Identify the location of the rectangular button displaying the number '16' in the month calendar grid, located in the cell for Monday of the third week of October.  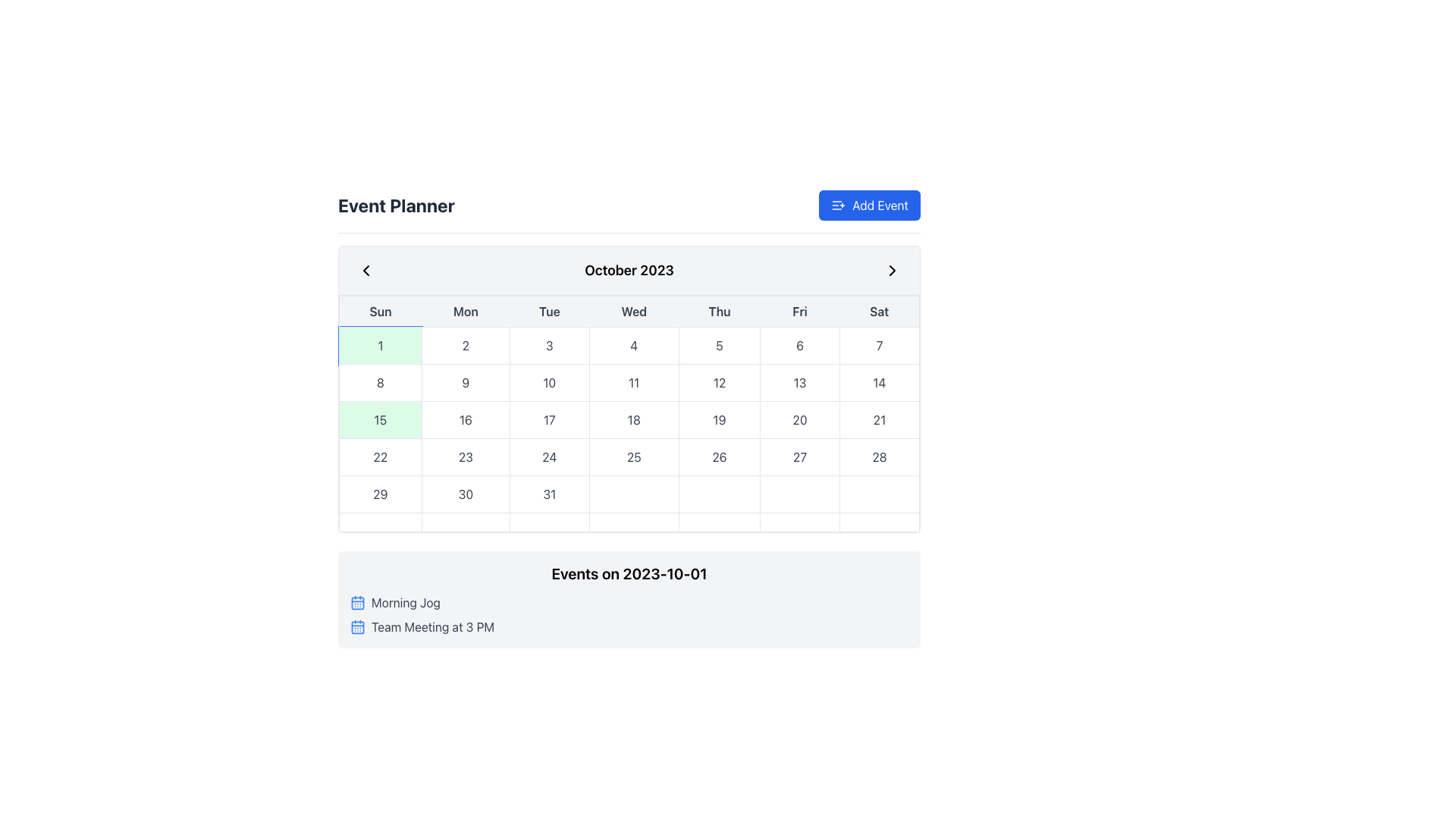
(465, 420).